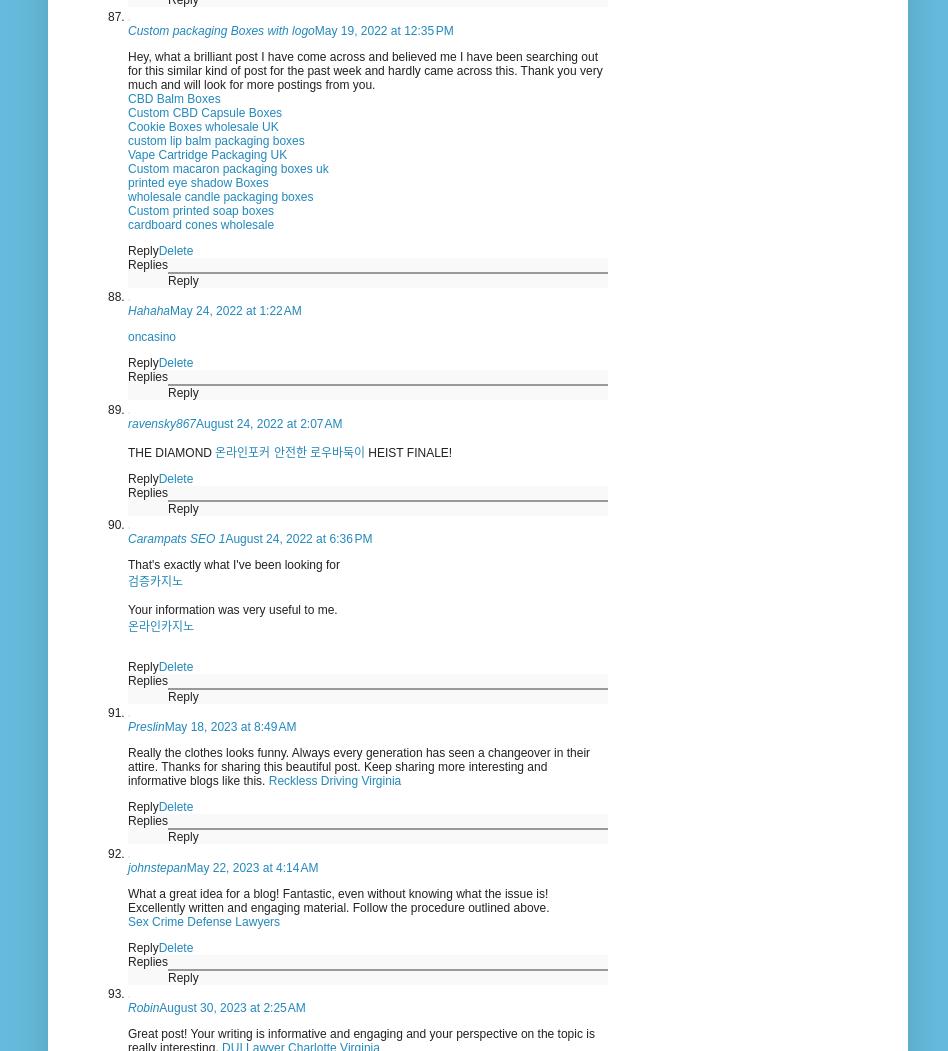 The image size is (948, 1051). Describe the element at coordinates (172, 97) in the screenshot. I see `'CBD Balm Boxes'` at that location.